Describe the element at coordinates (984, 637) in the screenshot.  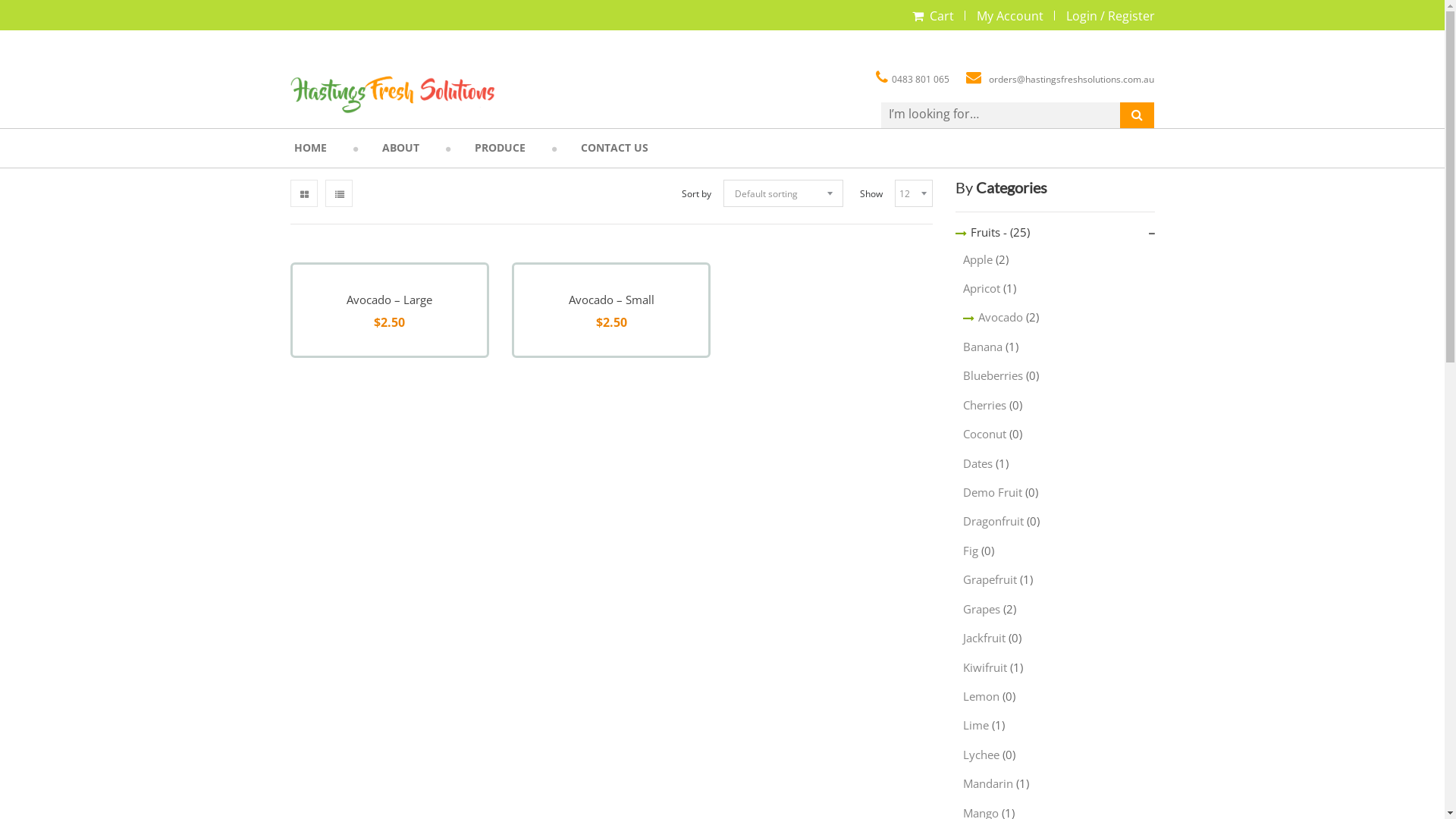
I see `'Jackfruit'` at that location.